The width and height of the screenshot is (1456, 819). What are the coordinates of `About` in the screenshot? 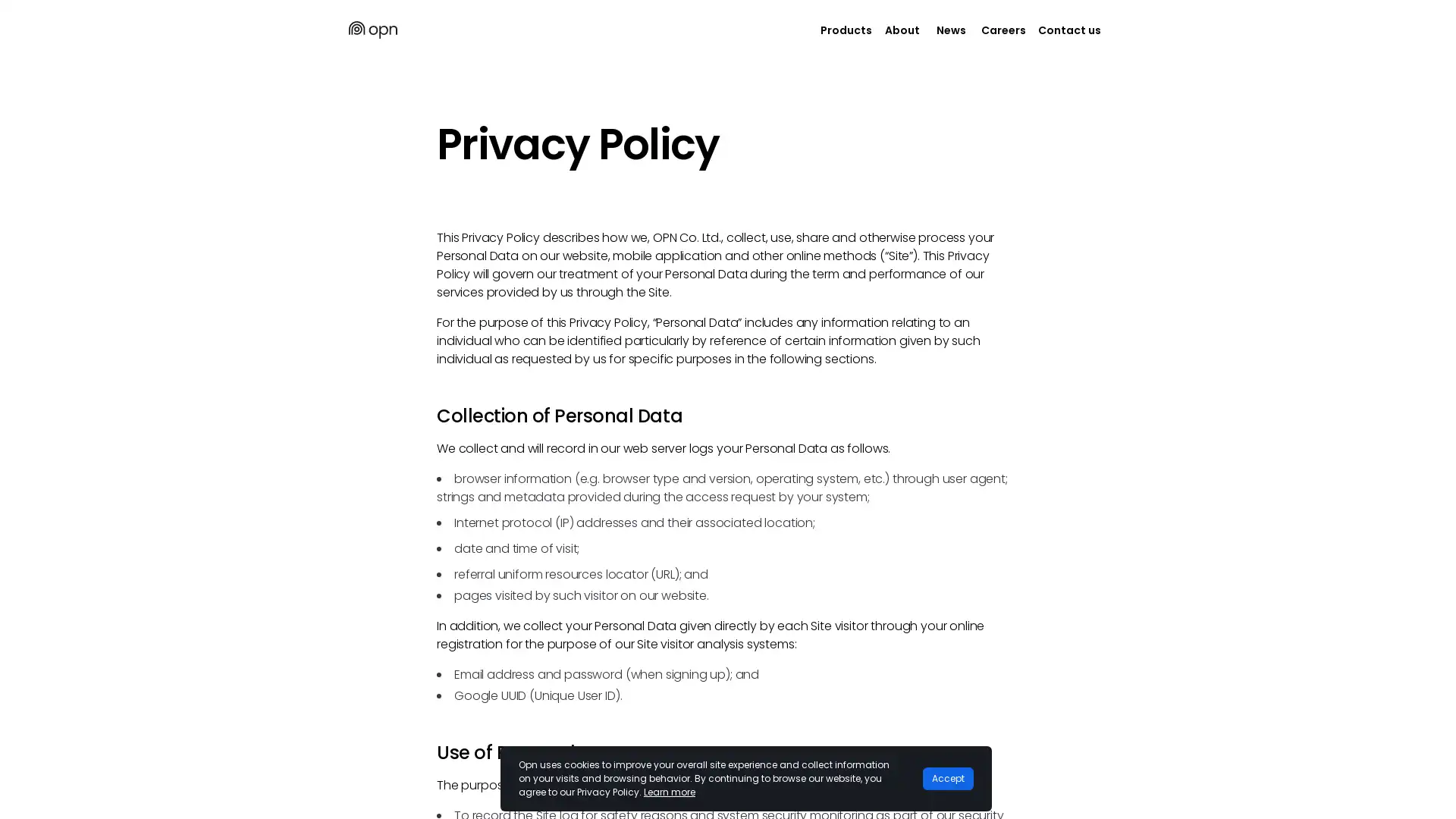 It's located at (902, 30).